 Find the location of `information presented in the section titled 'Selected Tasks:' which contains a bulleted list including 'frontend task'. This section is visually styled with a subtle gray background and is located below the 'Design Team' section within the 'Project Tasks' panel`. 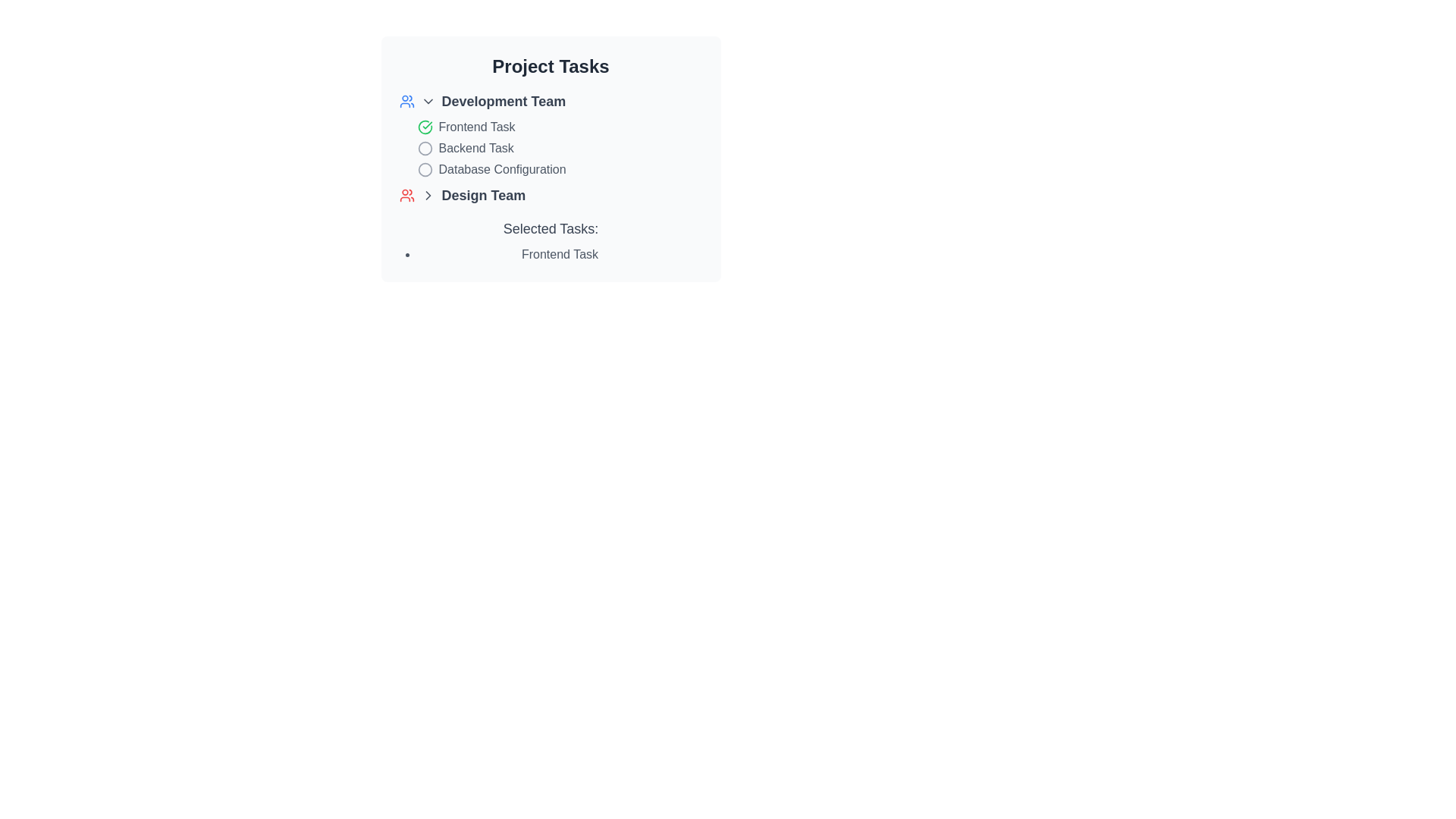

information presented in the section titled 'Selected Tasks:' which contains a bulleted list including 'frontend task'. This section is visually styled with a subtle gray background and is located below the 'Design Team' section within the 'Project Tasks' panel is located at coordinates (550, 240).